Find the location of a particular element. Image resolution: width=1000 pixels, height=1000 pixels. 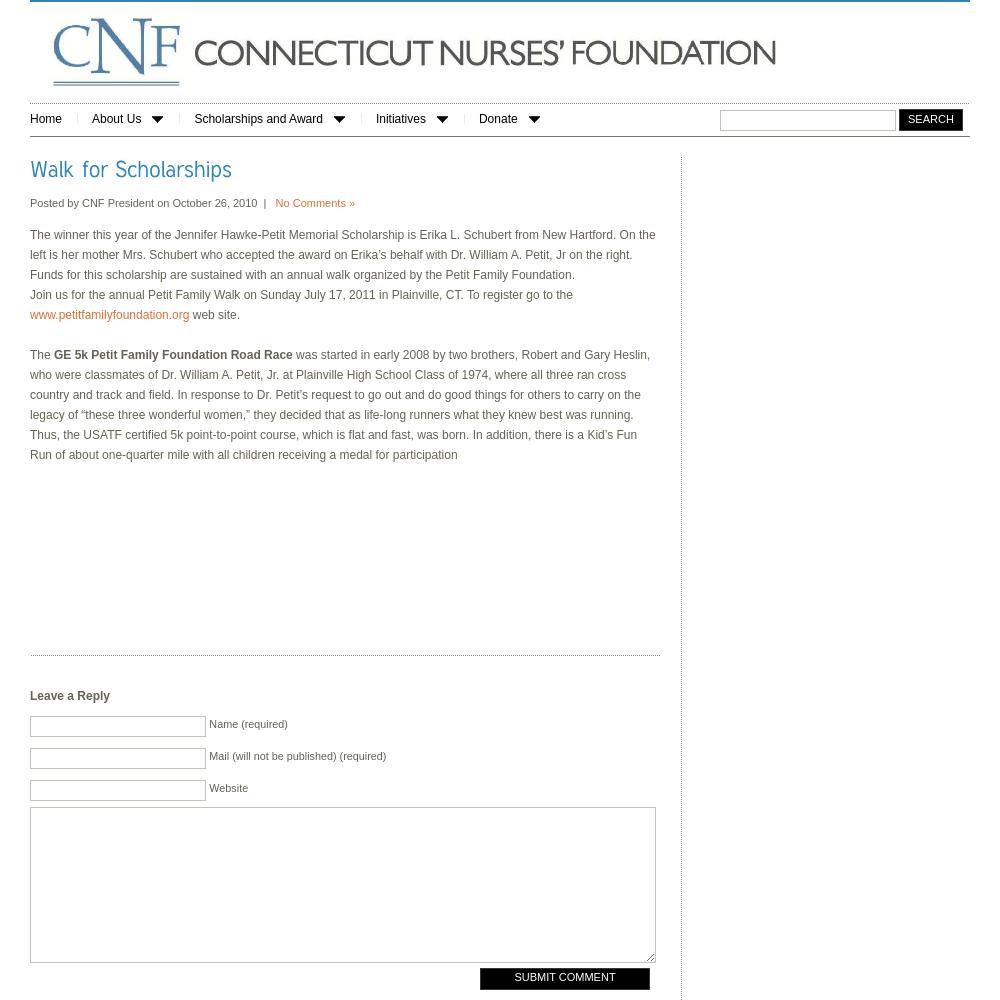

'web site.' is located at coordinates (213, 314).